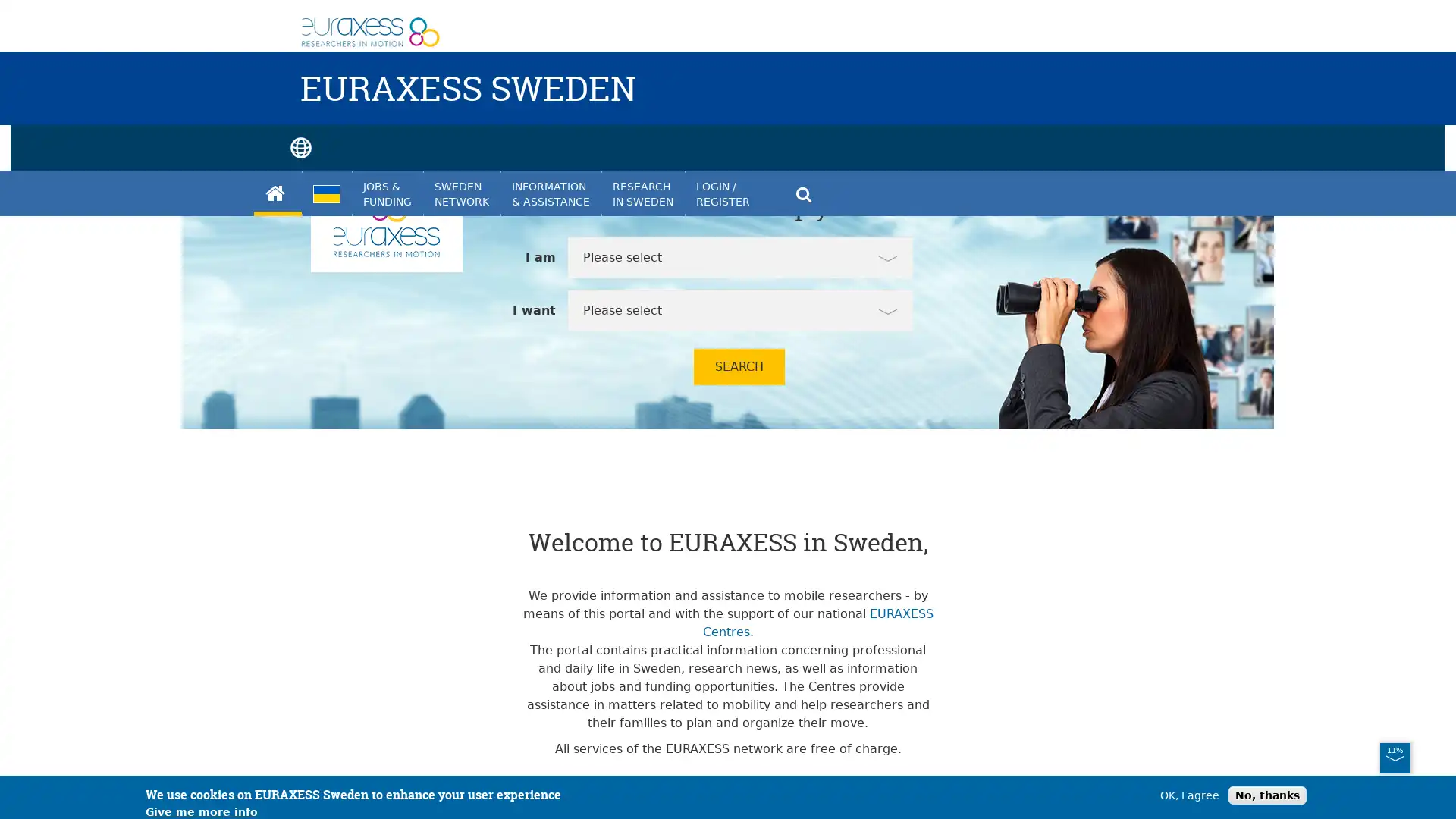 The height and width of the screenshot is (819, 1456). Describe the element at coordinates (739, 256) in the screenshot. I see `Please select` at that location.